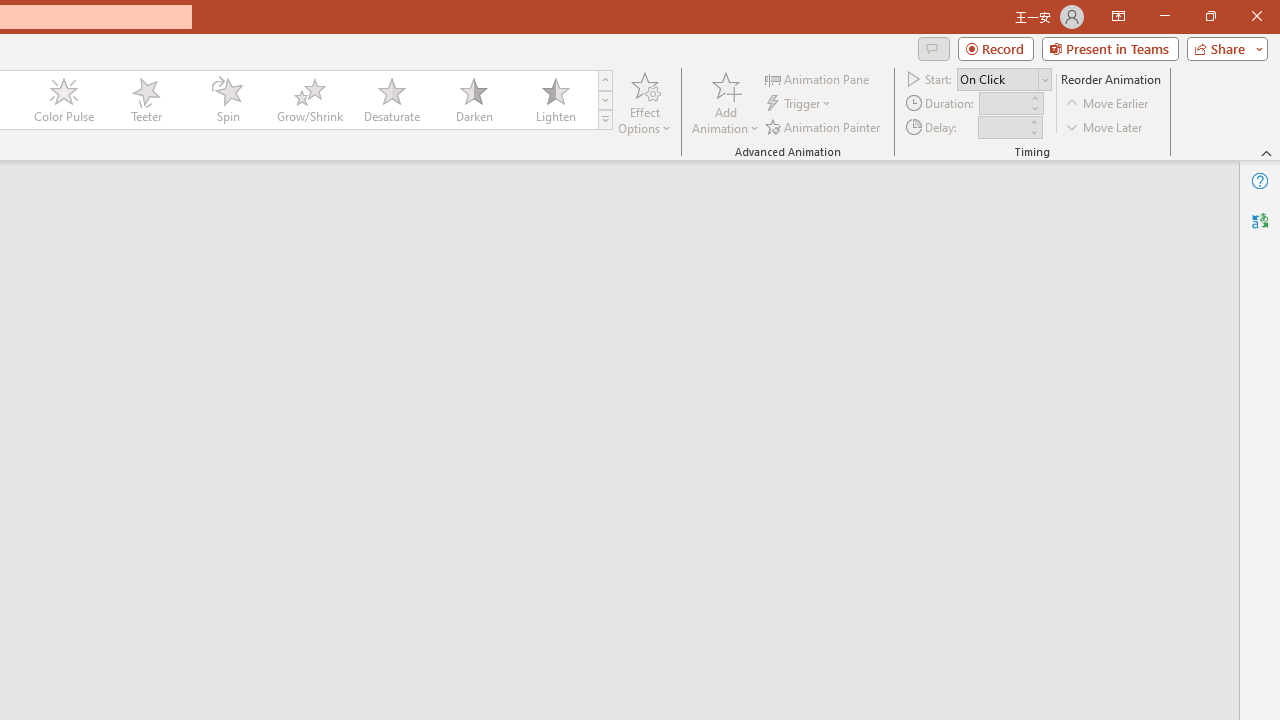  What do you see at coordinates (1002, 127) in the screenshot?
I see `'Animation Delay'` at bounding box center [1002, 127].